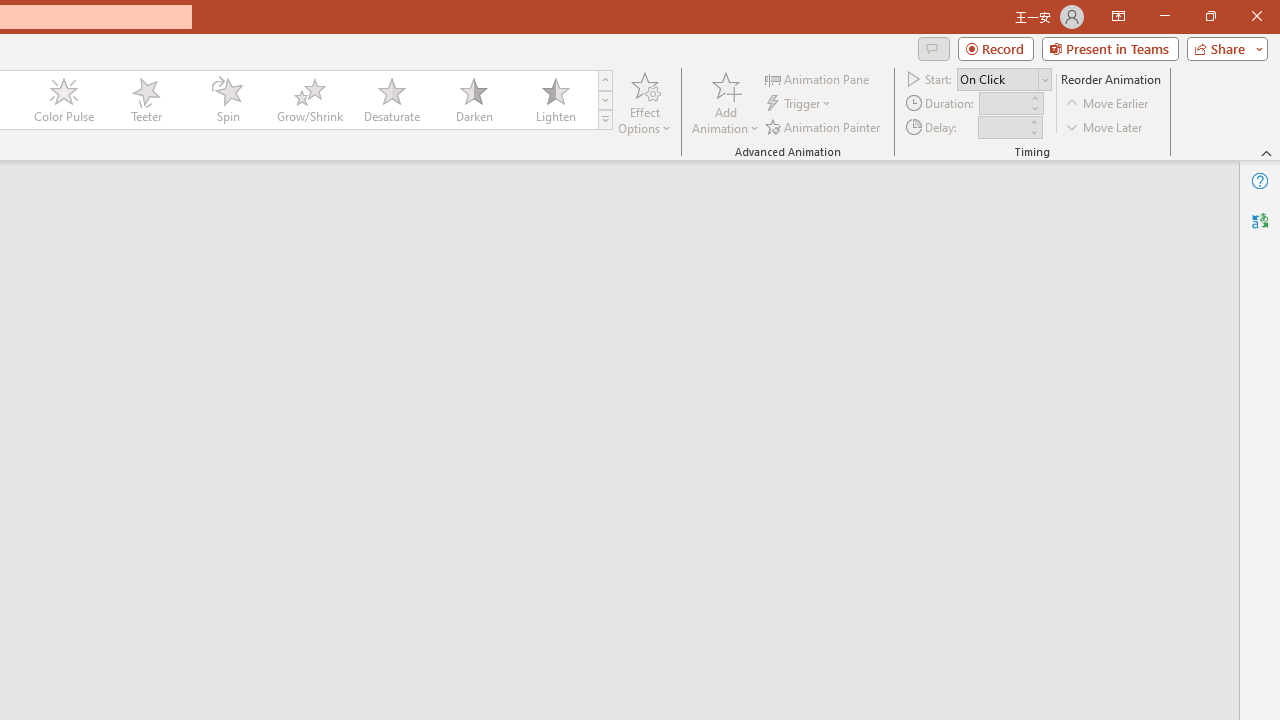  What do you see at coordinates (1002, 127) in the screenshot?
I see `'Animation Delay'` at bounding box center [1002, 127].